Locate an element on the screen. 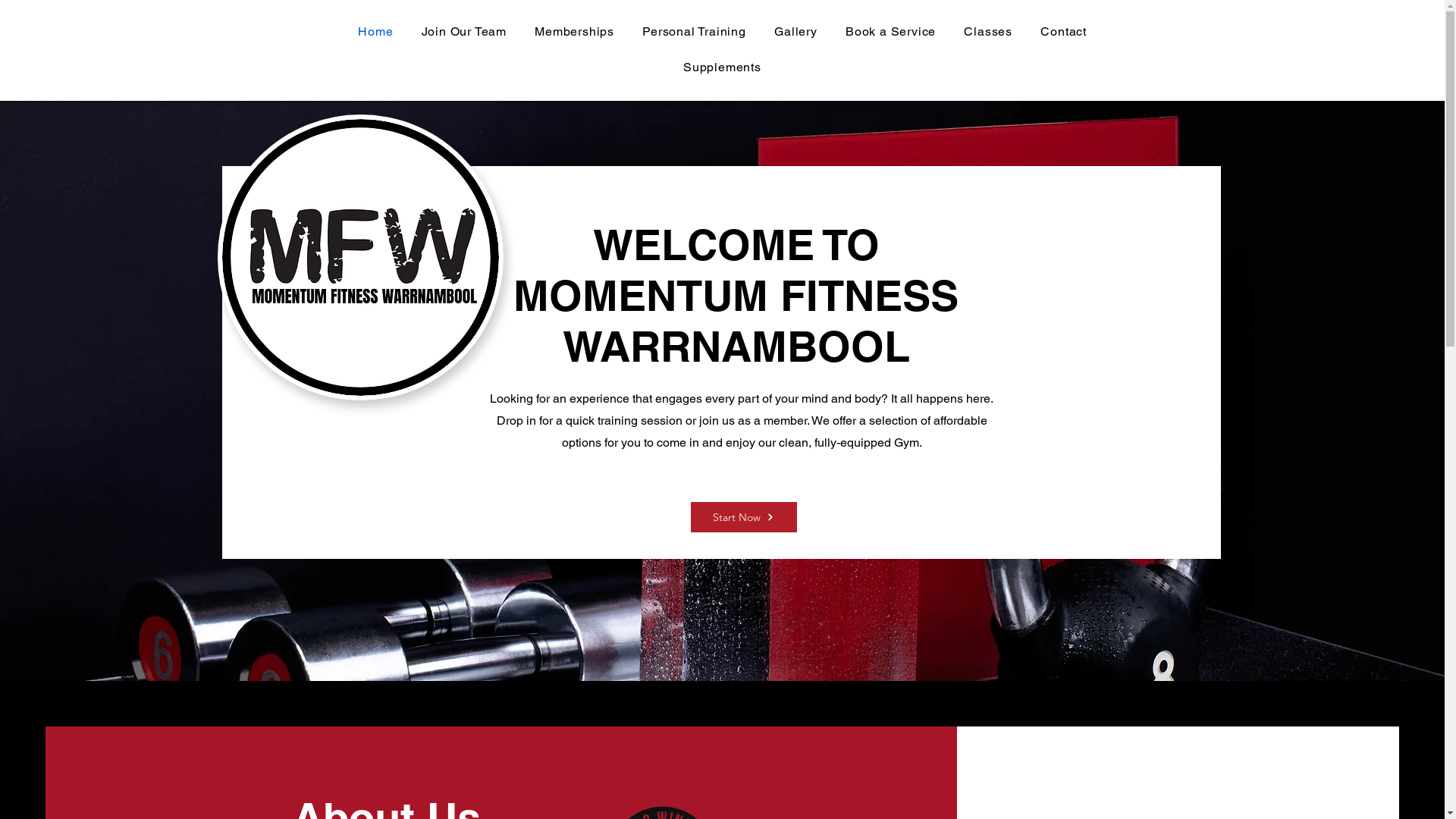  'Home' is located at coordinates (375, 31).